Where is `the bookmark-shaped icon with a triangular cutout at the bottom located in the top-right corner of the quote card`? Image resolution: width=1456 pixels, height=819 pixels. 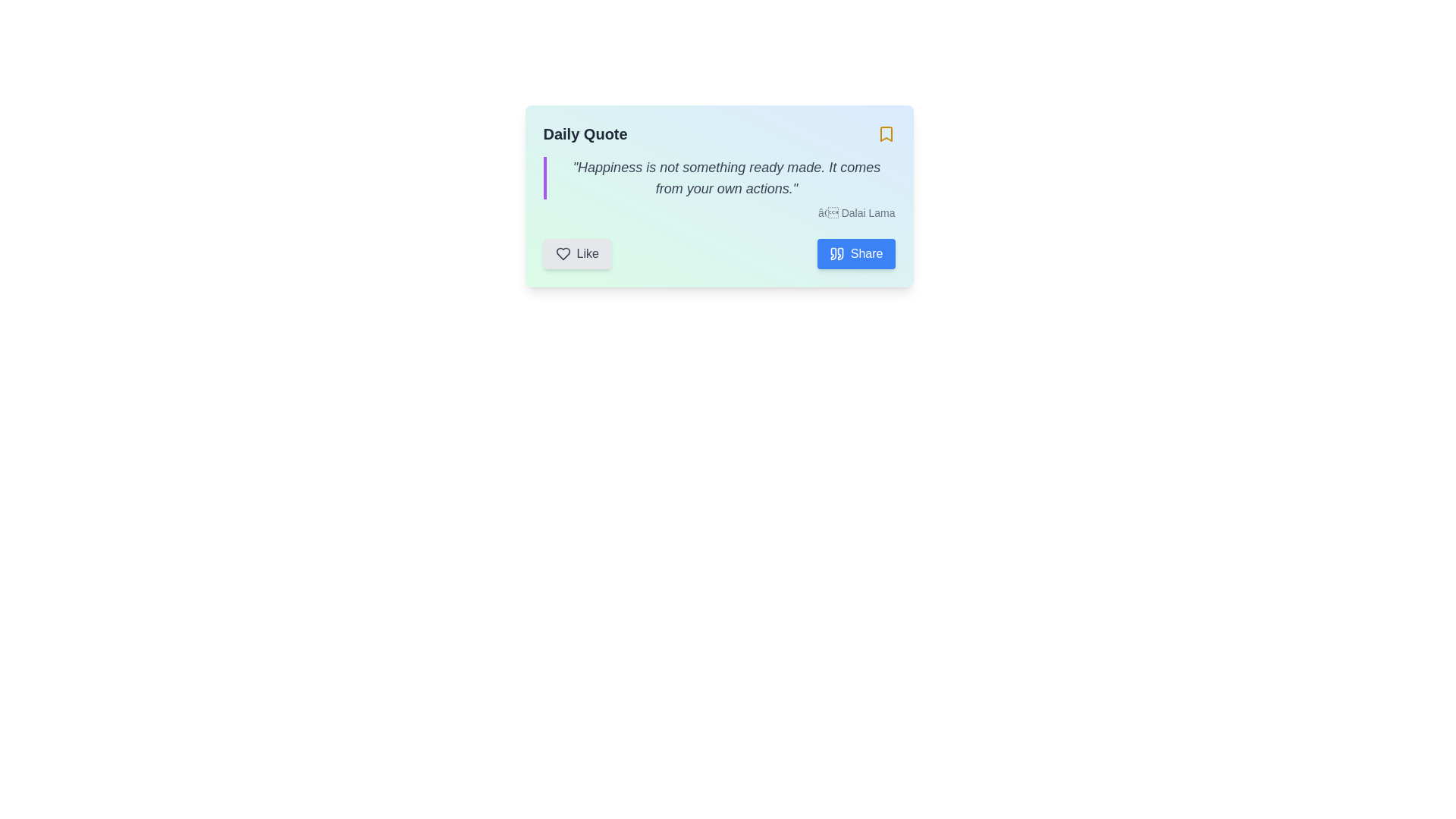
the bookmark-shaped icon with a triangular cutout at the bottom located in the top-right corner of the quote card is located at coordinates (886, 133).